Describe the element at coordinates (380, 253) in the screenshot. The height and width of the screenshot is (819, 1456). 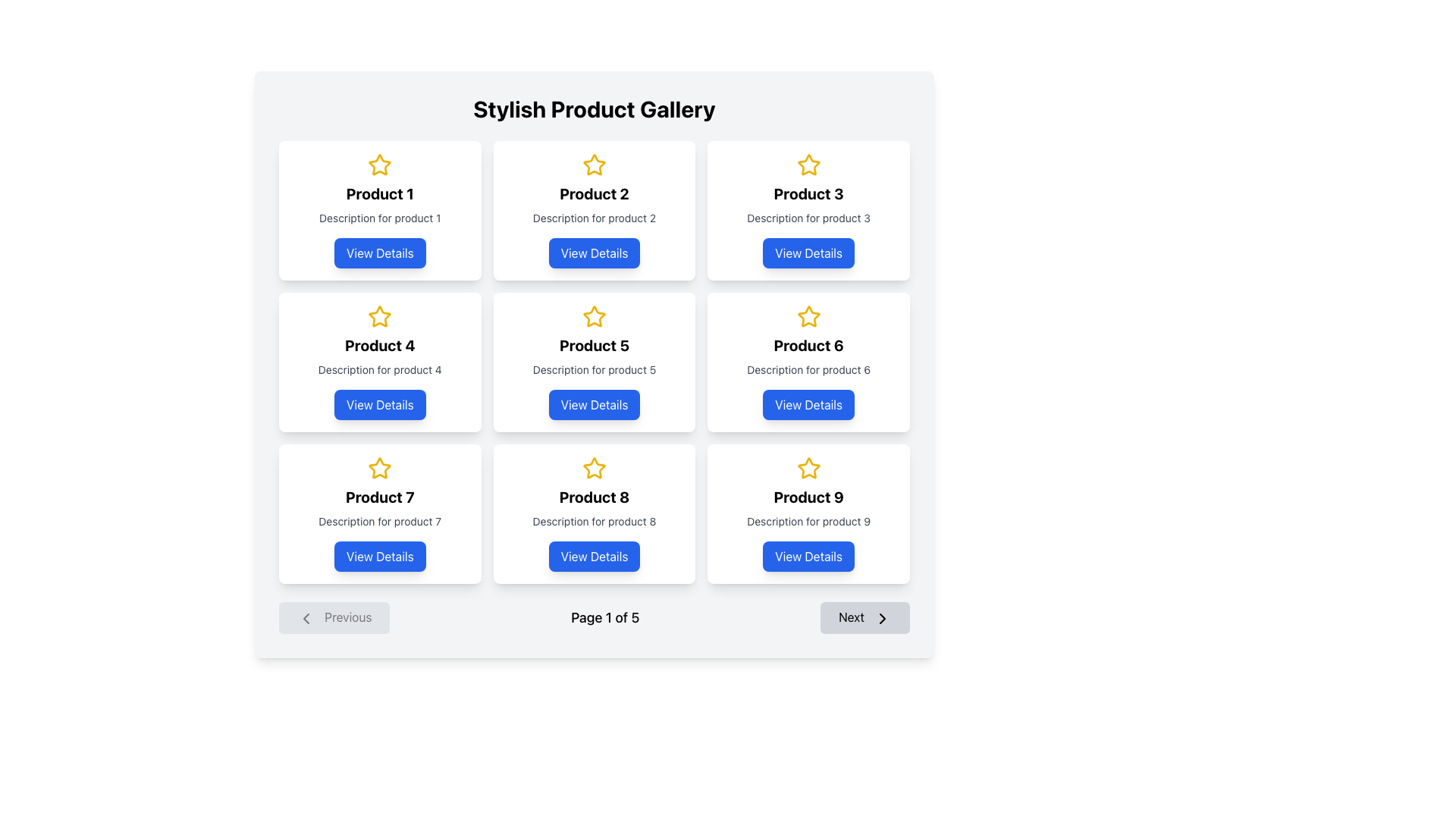
I see `the 'View Details' button, which is a rectangular button with a blue background and white text, located at the bottom of the card for 'Product 1'` at that location.